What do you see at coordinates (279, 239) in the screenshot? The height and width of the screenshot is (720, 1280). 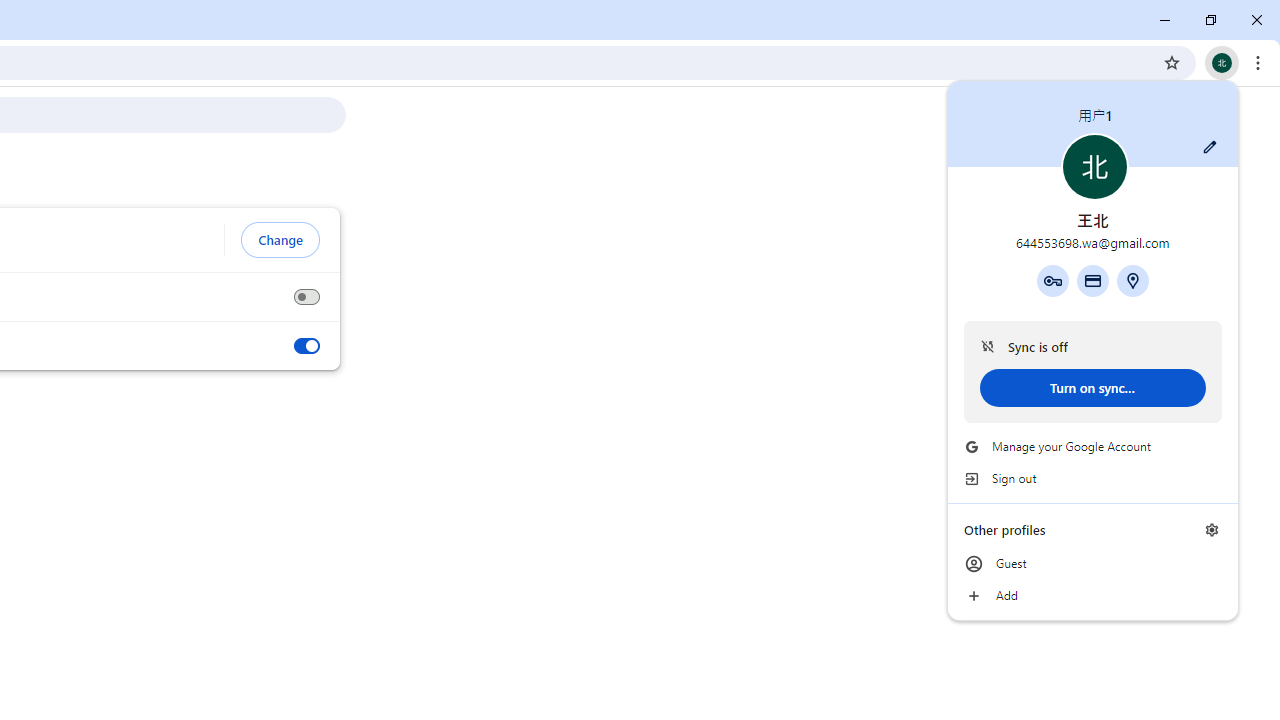 I see `'Change'` at bounding box center [279, 239].